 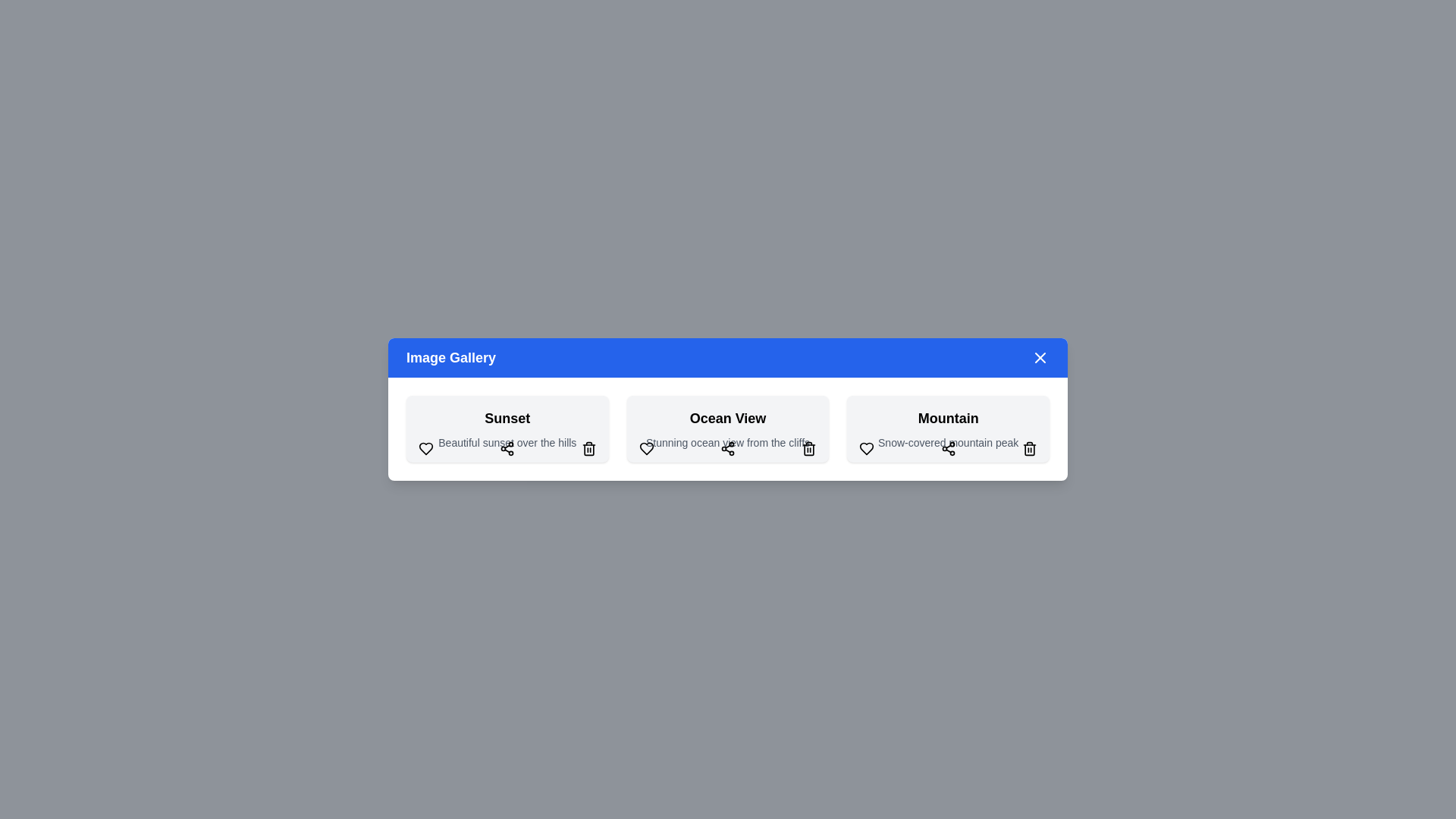 What do you see at coordinates (425, 447) in the screenshot?
I see `heart button for the image titled 'Sunset' to like it` at bounding box center [425, 447].